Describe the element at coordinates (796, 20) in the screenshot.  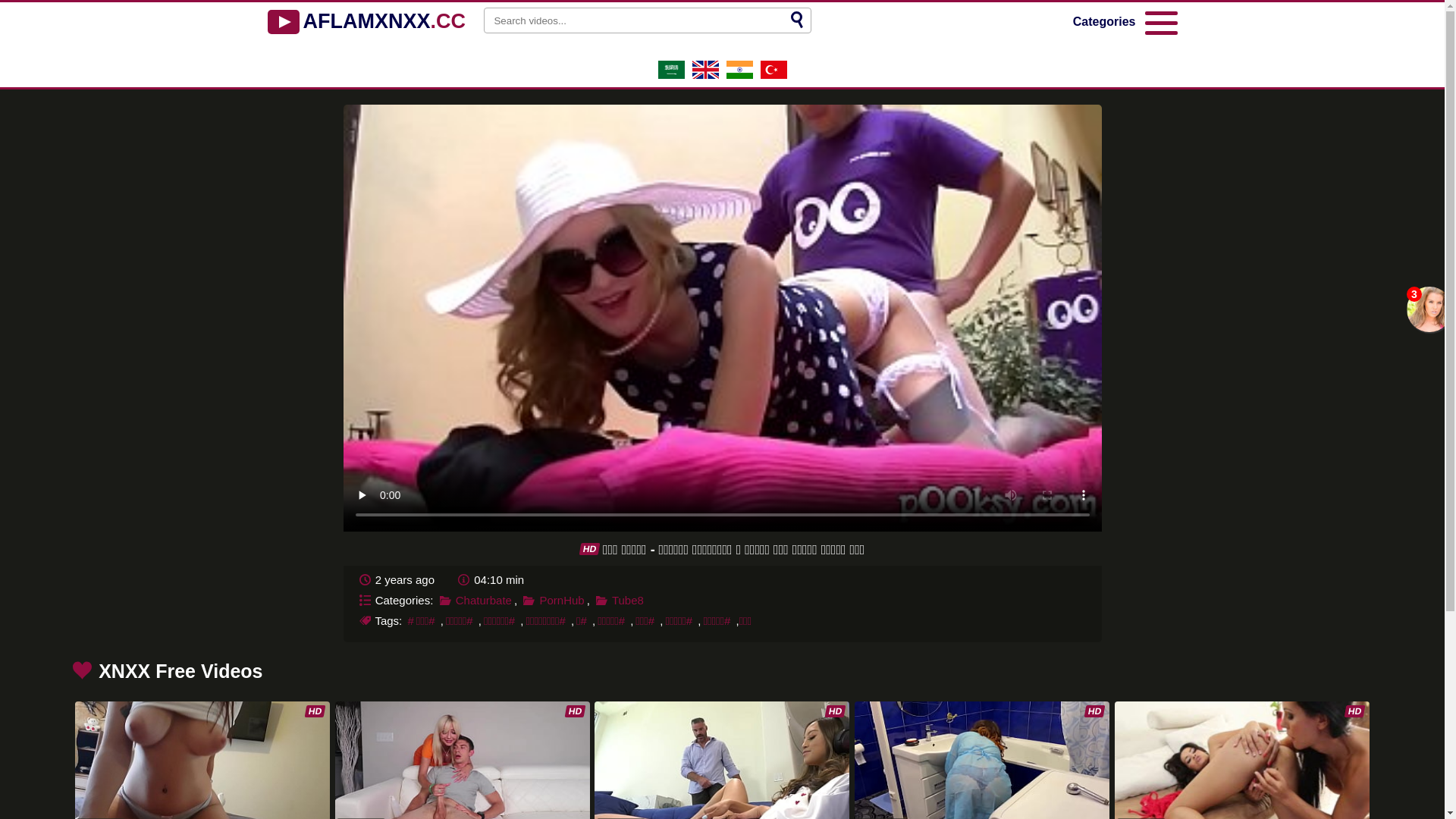
I see `'Search'` at that location.